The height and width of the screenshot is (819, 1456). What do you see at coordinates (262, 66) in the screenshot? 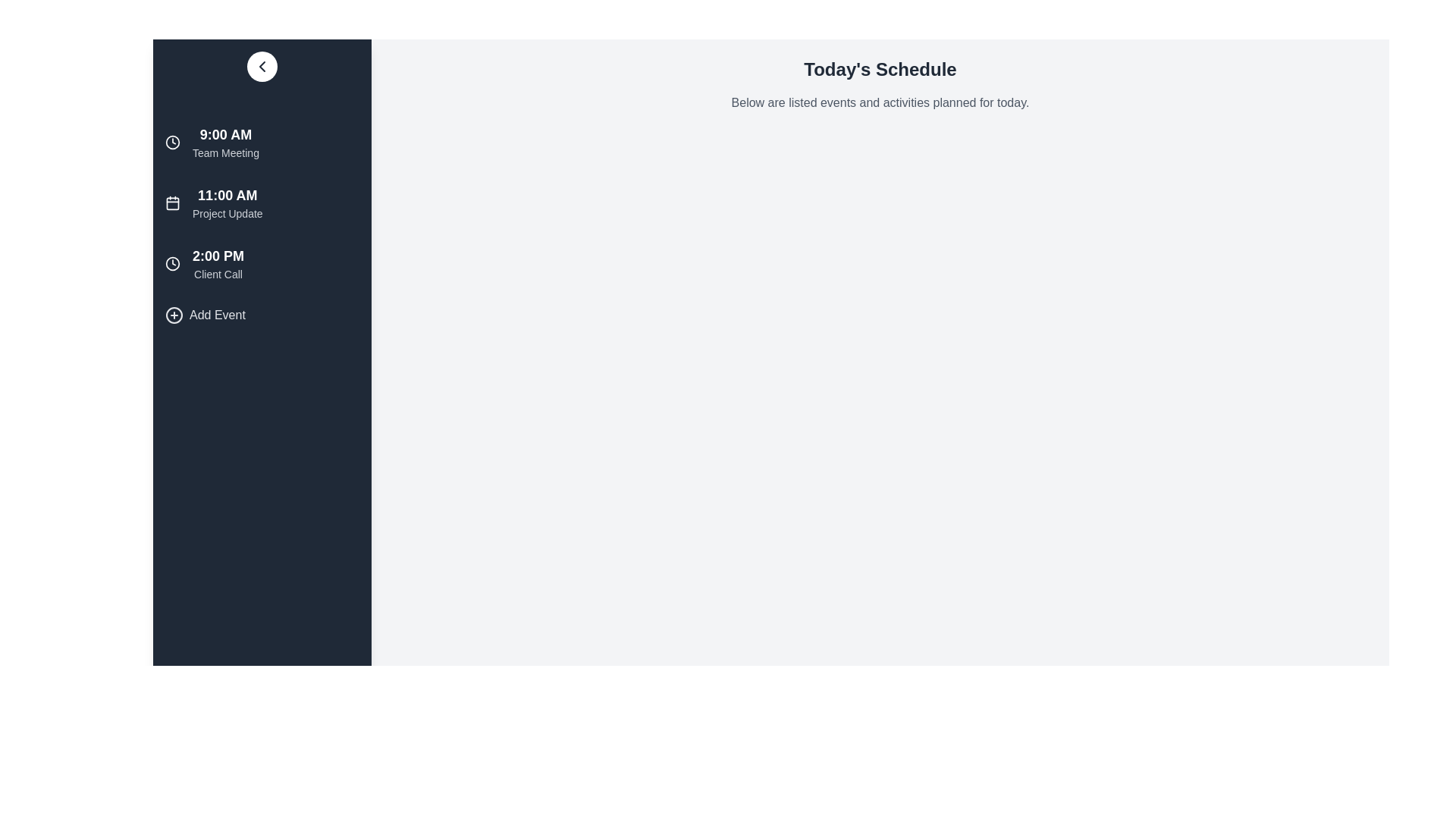
I see `sidebar toggle button to toggle the sidebar visibility` at bounding box center [262, 66].